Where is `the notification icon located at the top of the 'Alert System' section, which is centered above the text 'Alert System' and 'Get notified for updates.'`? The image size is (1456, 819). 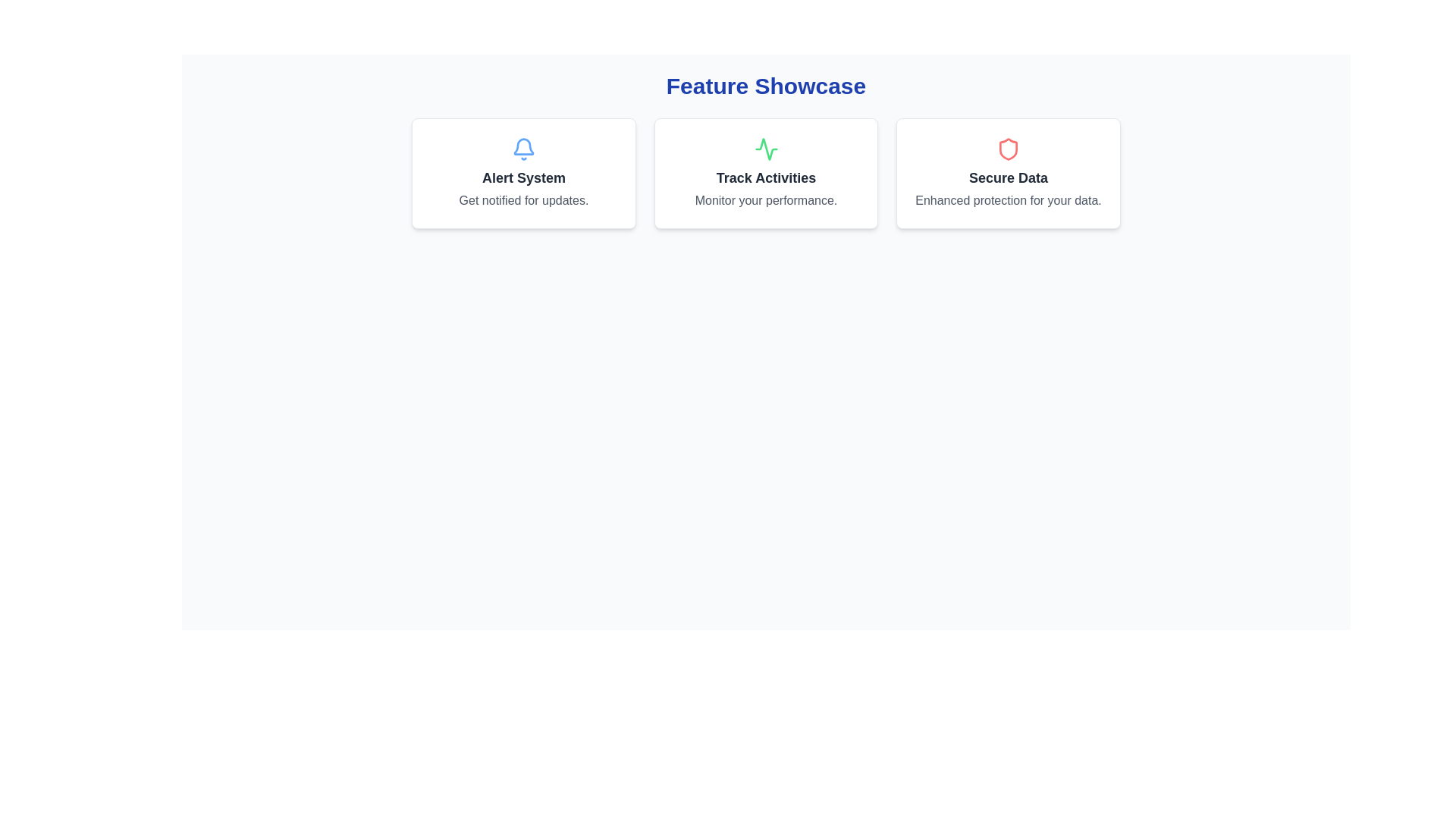
the notification icon located at the top of the 'Alert System' section, which is centered above the text 'Alert System' and 'Get notified for updates.' is located at coordinates (524, 149).